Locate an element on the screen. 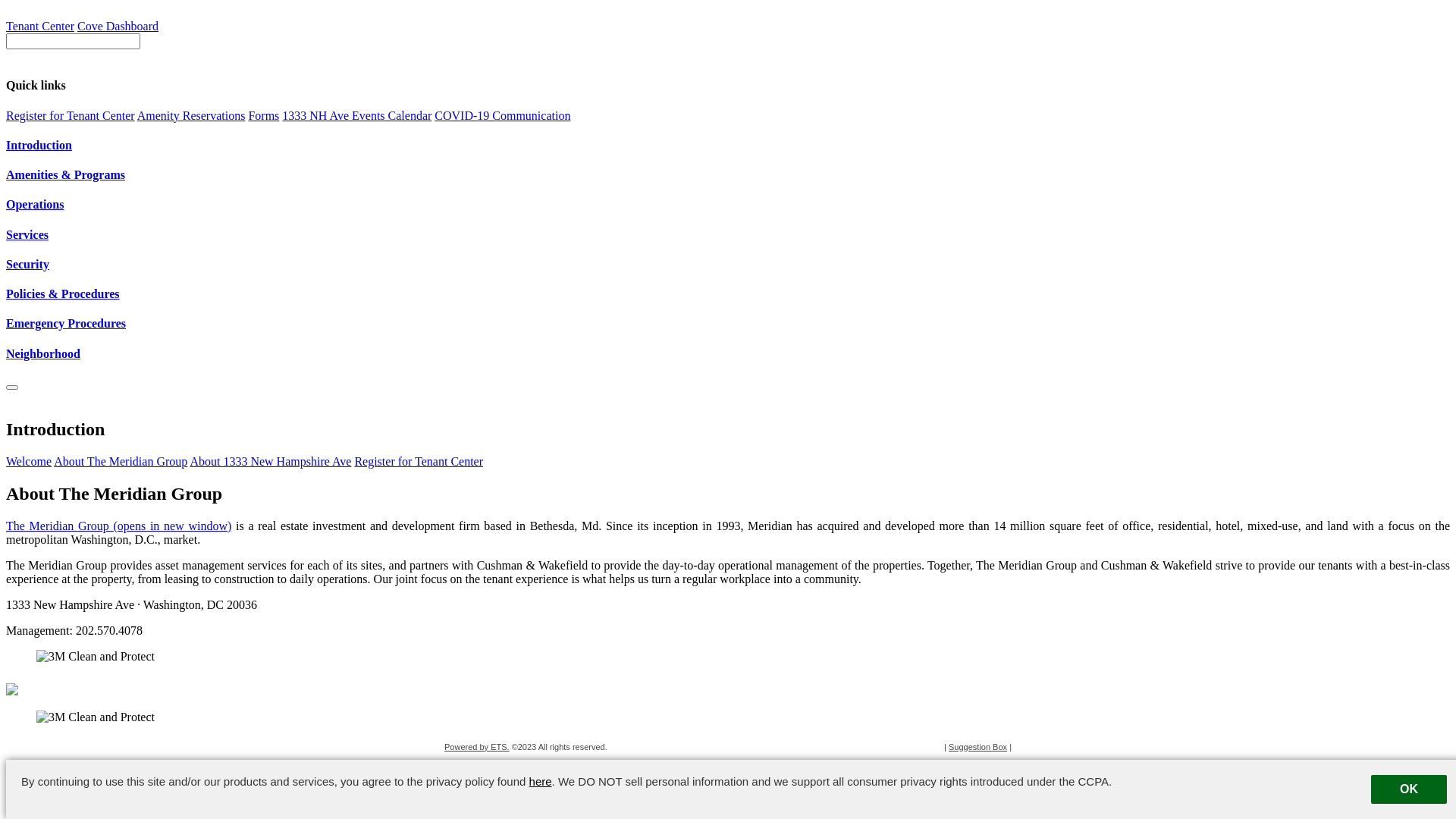 The width and height of the screenshot is (1456, 819). 'Powered by ETS.' is located at coordinates (475, 745).